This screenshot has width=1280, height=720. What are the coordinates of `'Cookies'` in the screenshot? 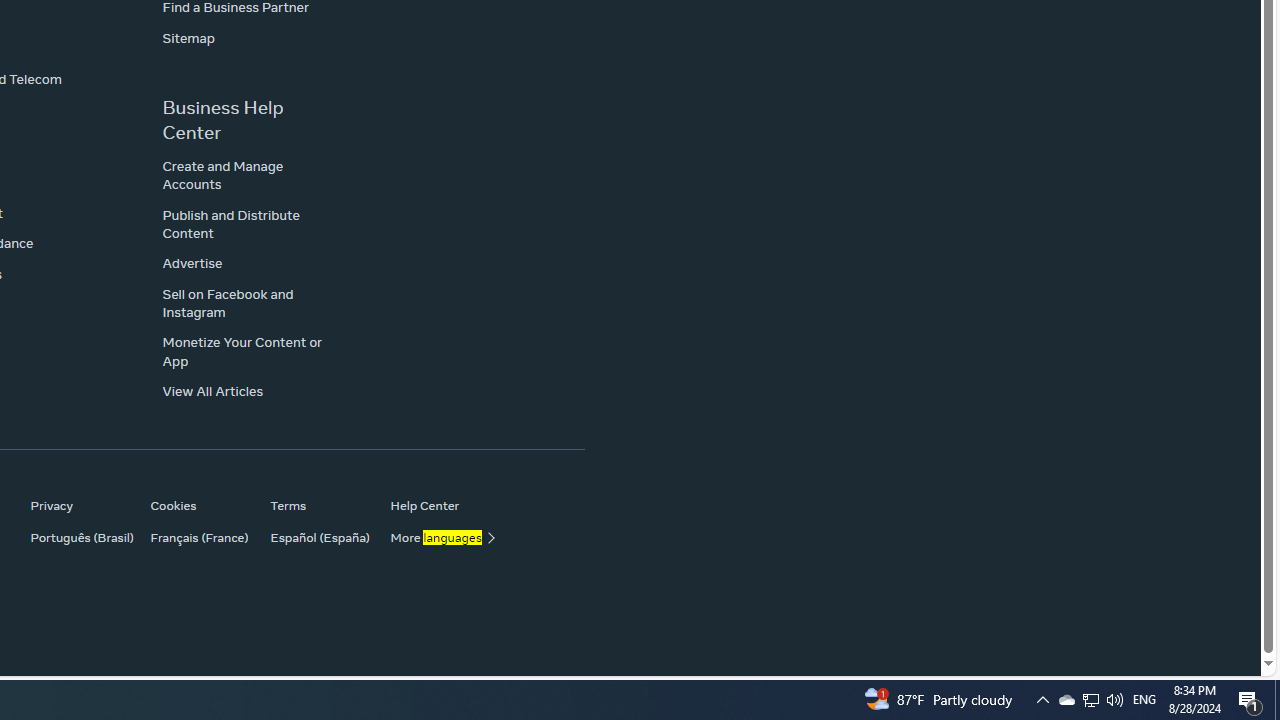 It's located at (200, 504).